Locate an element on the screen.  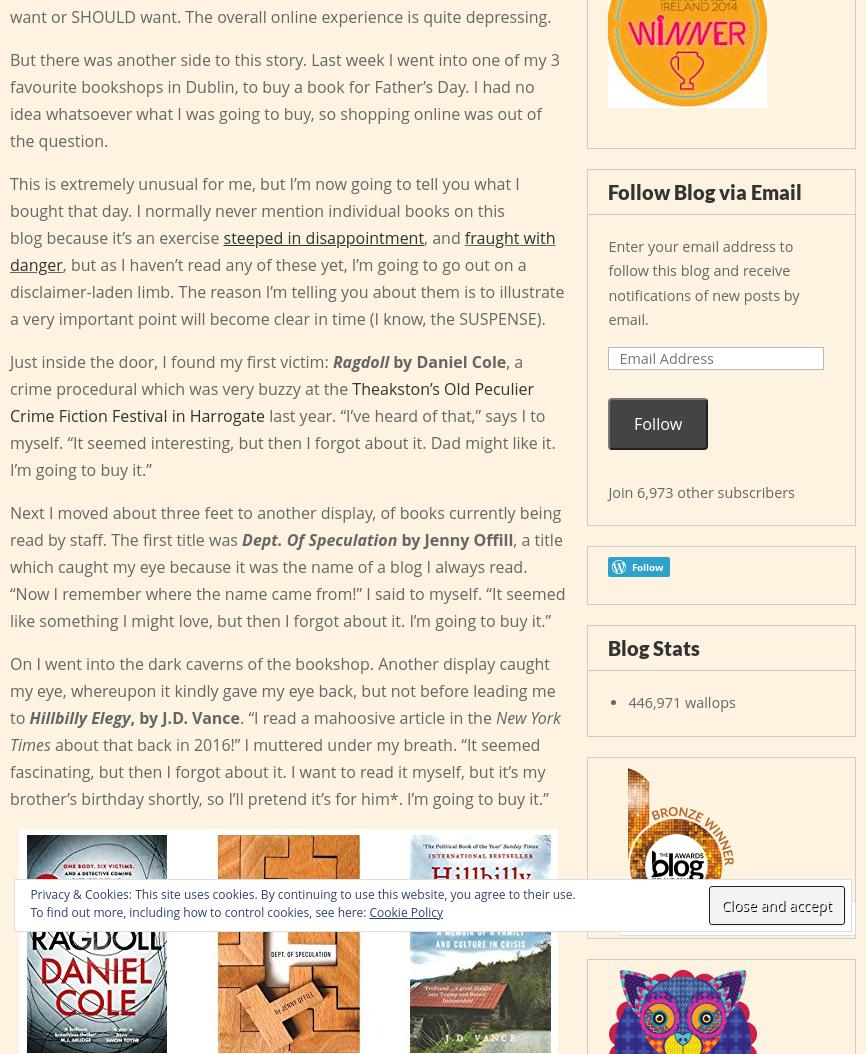
'by Jenny Offill' is located at coordinates (454, 539).